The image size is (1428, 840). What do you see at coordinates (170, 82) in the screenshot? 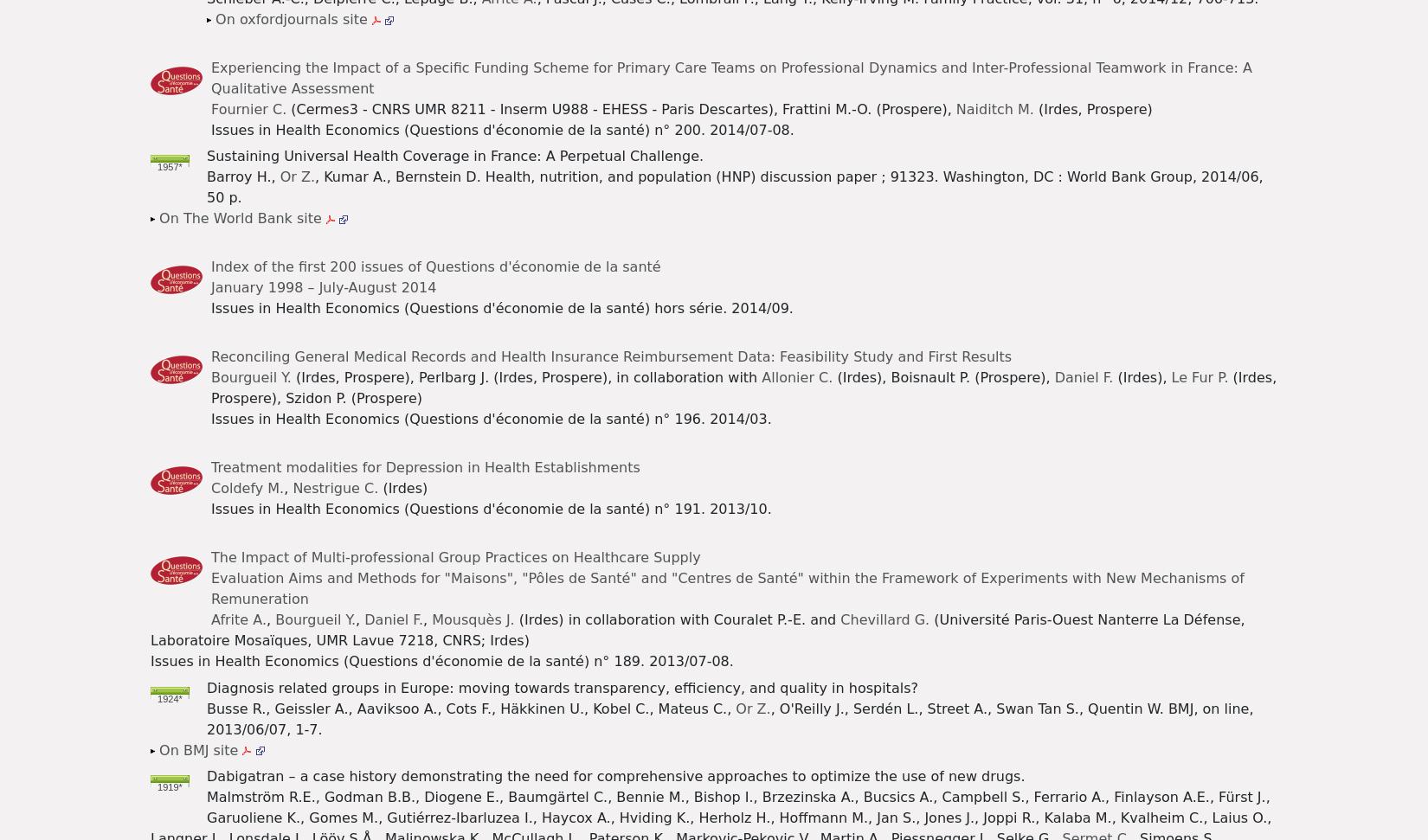
I see `'Access'` at bounding box center [170, 82].